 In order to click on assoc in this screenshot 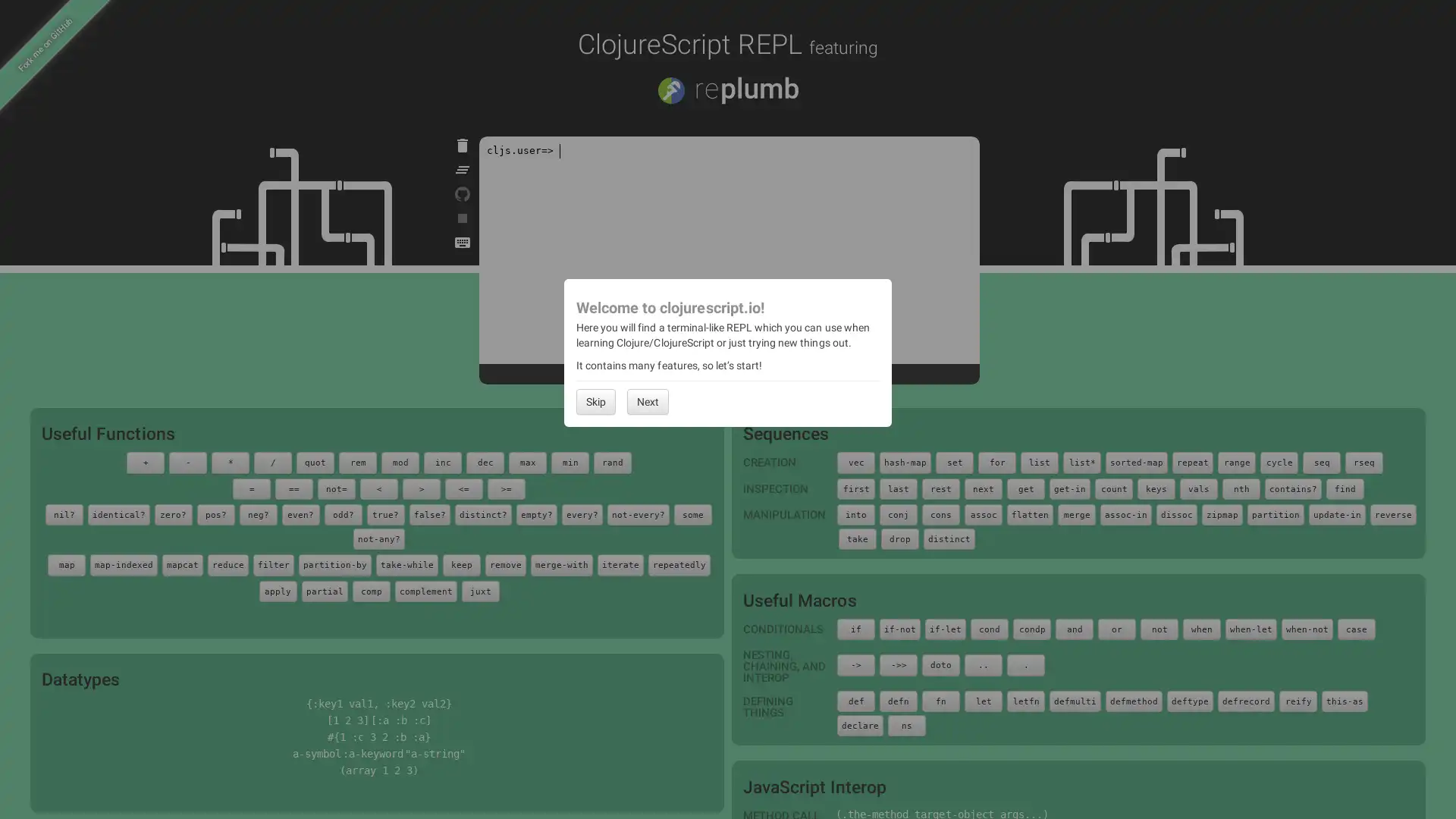, I will do `click(983, 513)`.